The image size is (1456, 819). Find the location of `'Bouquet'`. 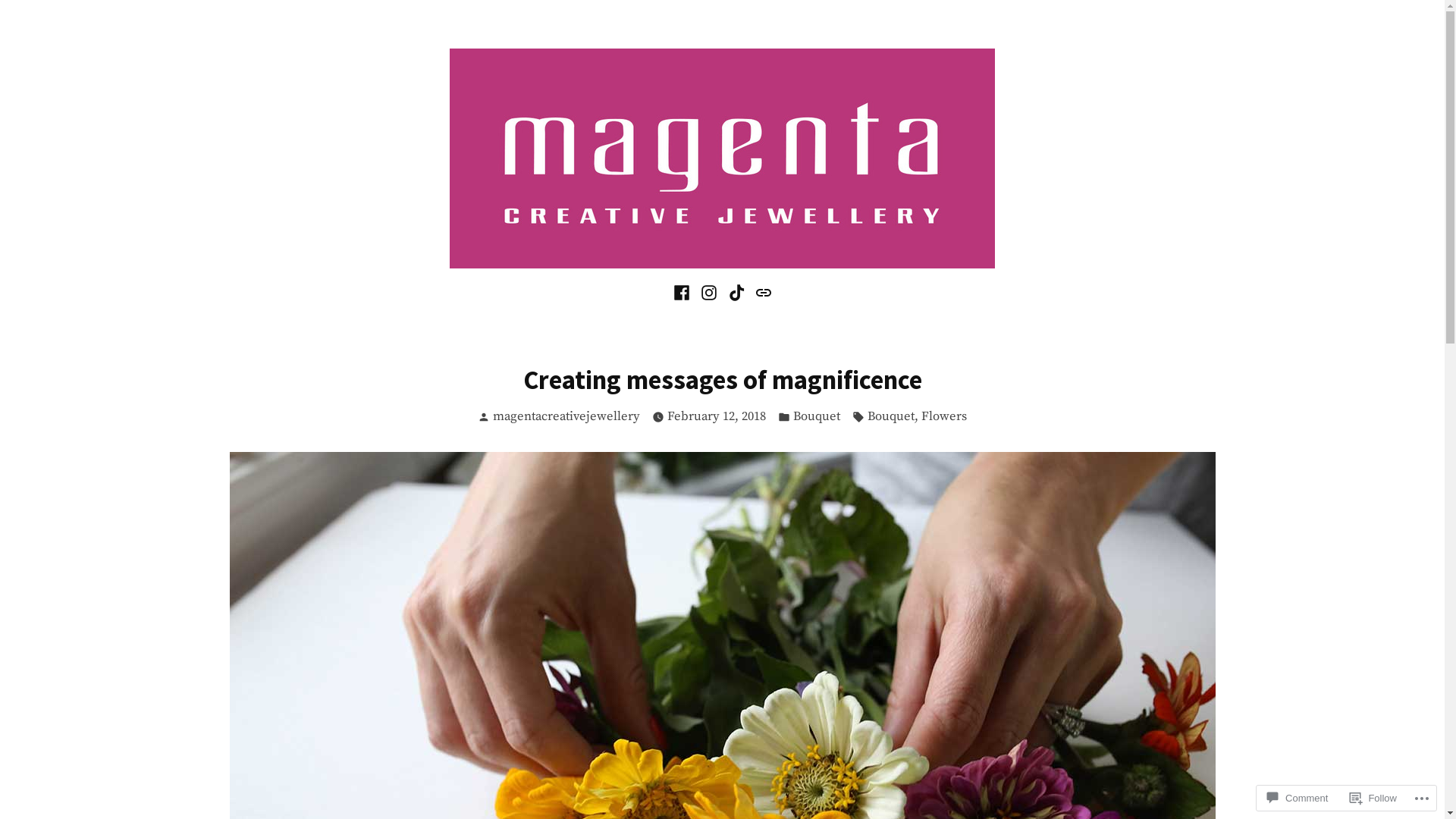

'Bouquet' is located at coordinates (815, 417).